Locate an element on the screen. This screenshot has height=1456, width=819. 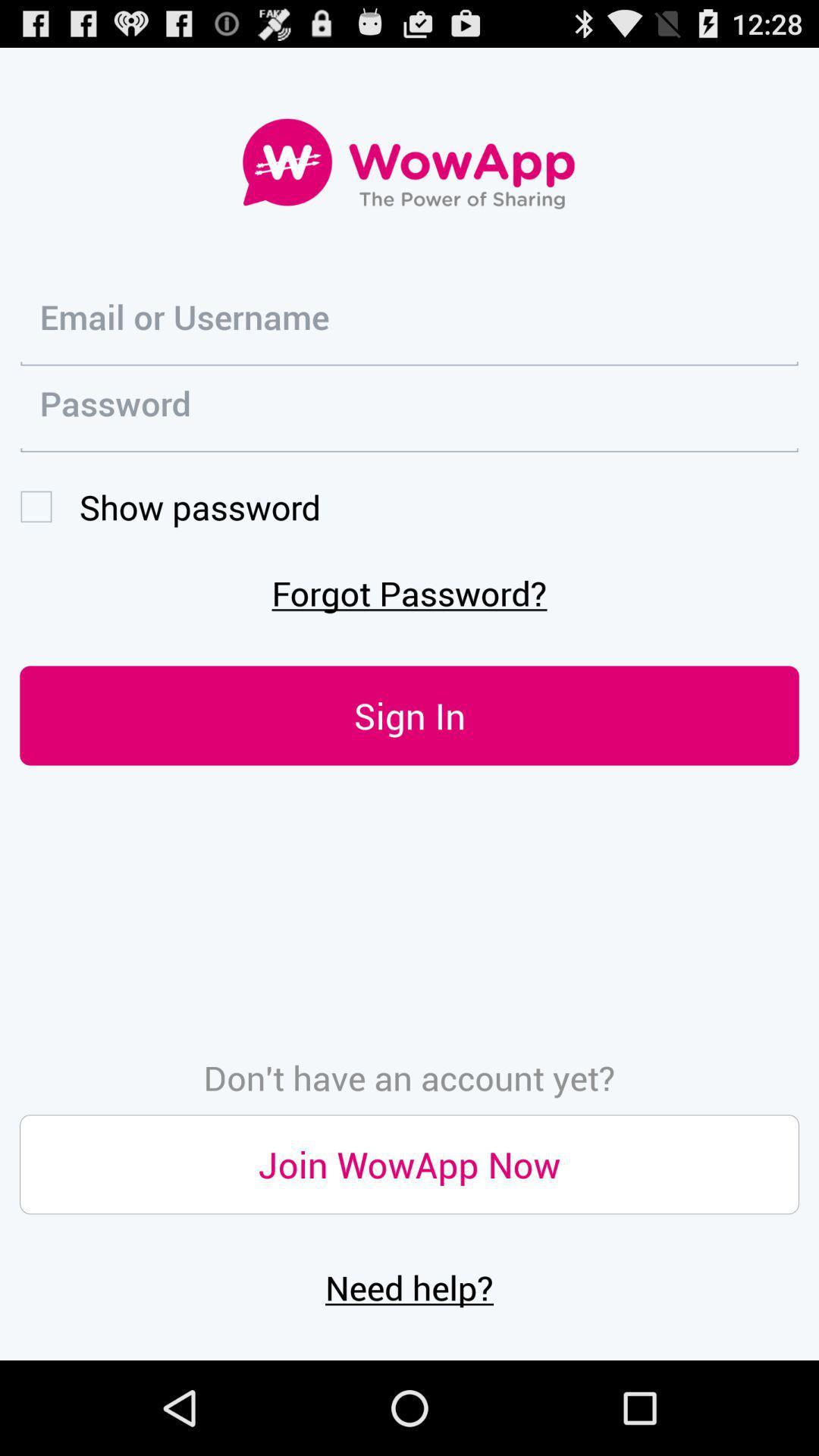
show password icon is located at coordinates (170, 507).